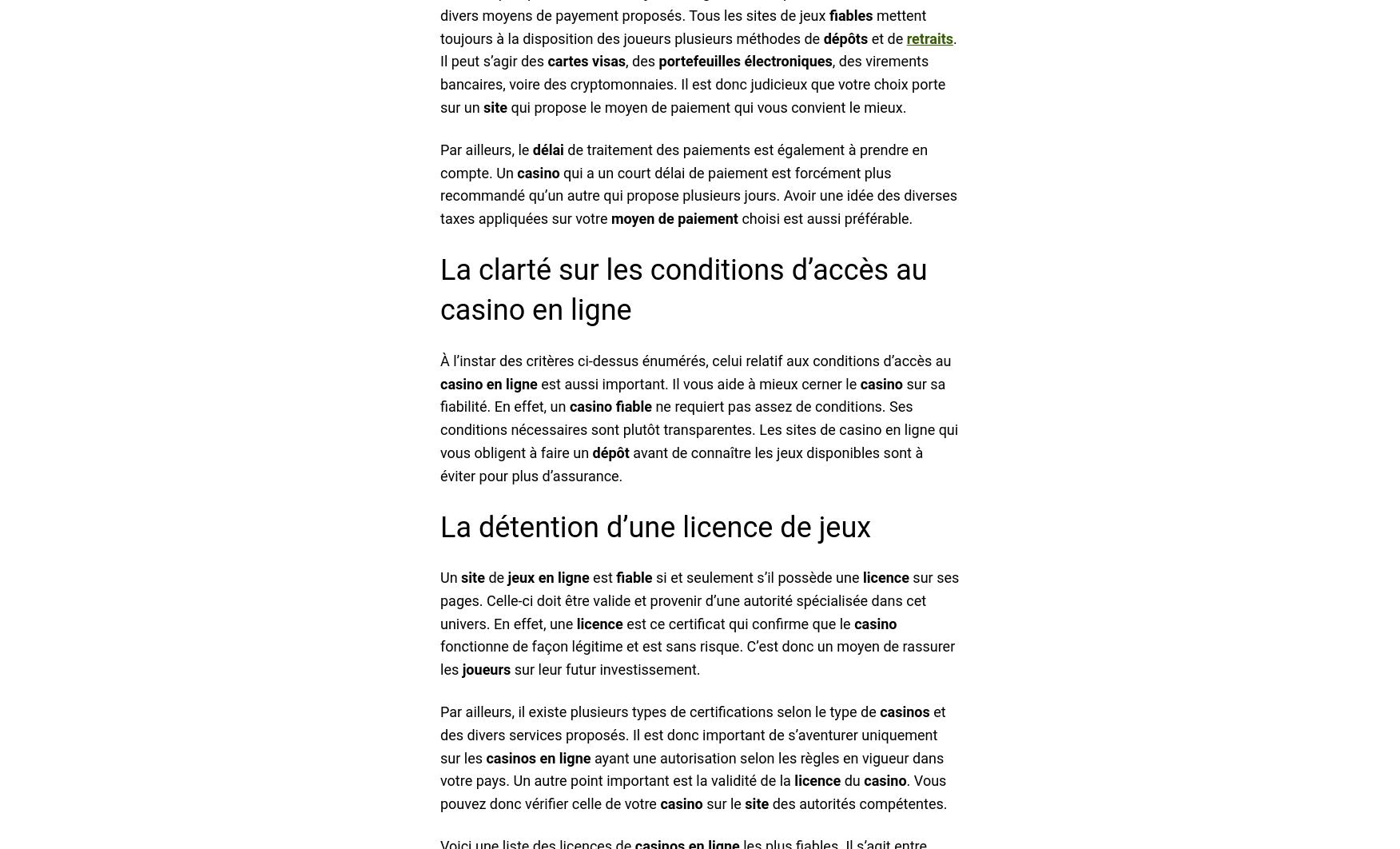 The height and width of the screenshot is (849, 1400). Describe the element at coordinates (608, 61) in the screenshot. I see `'visas'` at that location.